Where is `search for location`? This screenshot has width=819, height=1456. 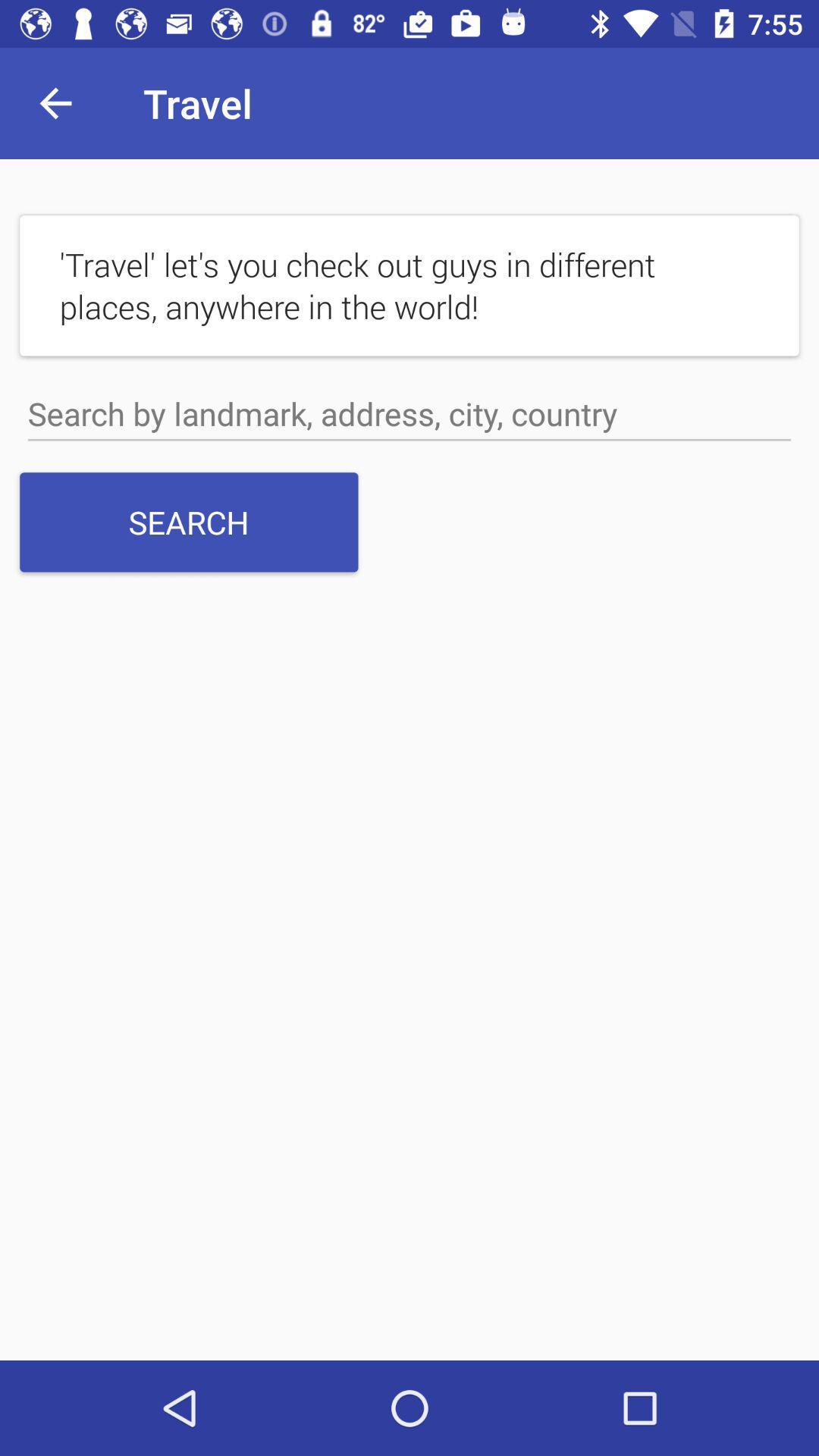
search for location is located at coordinates (409, 414).